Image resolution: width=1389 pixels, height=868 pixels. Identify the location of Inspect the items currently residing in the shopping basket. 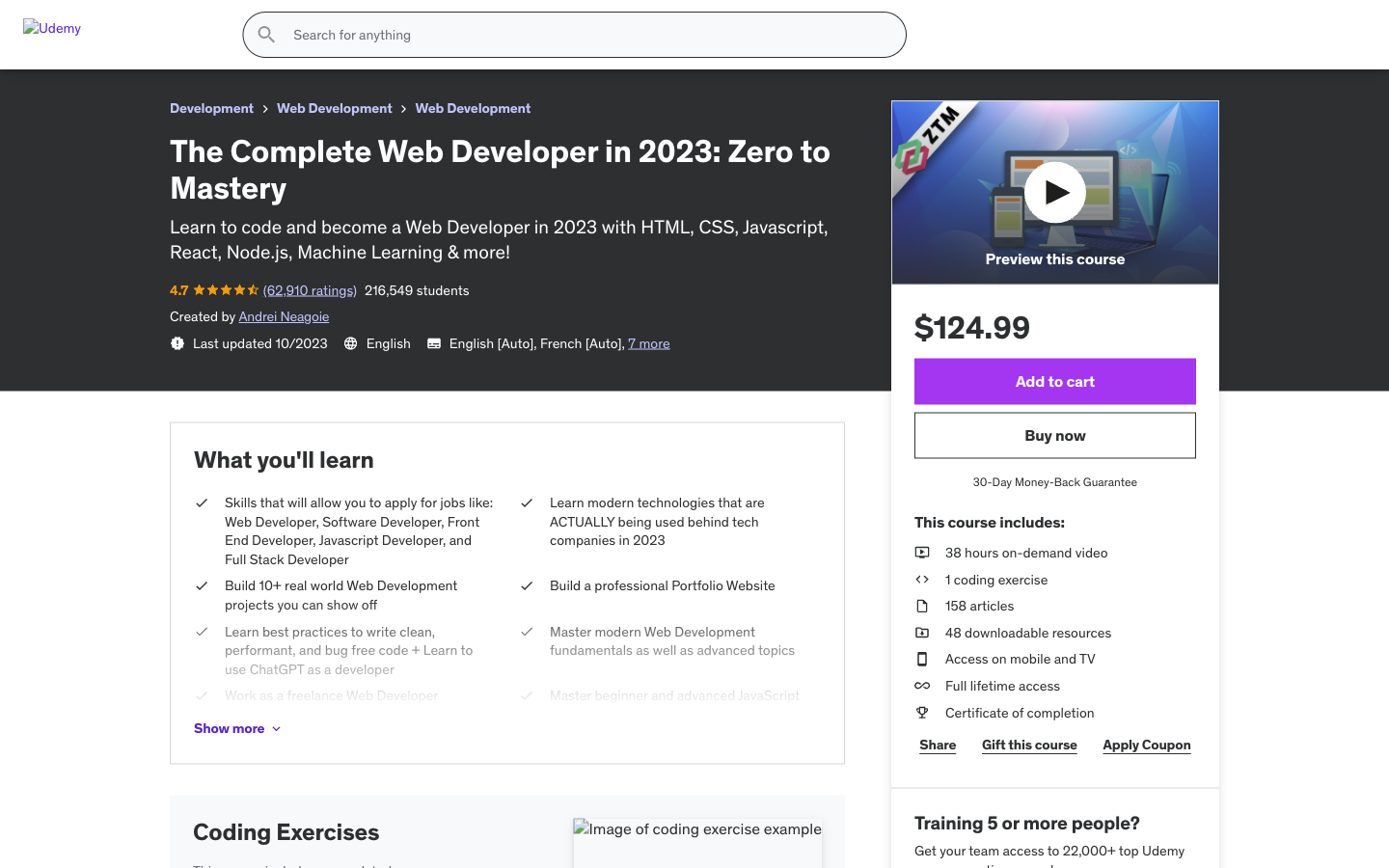
(1242, 112).